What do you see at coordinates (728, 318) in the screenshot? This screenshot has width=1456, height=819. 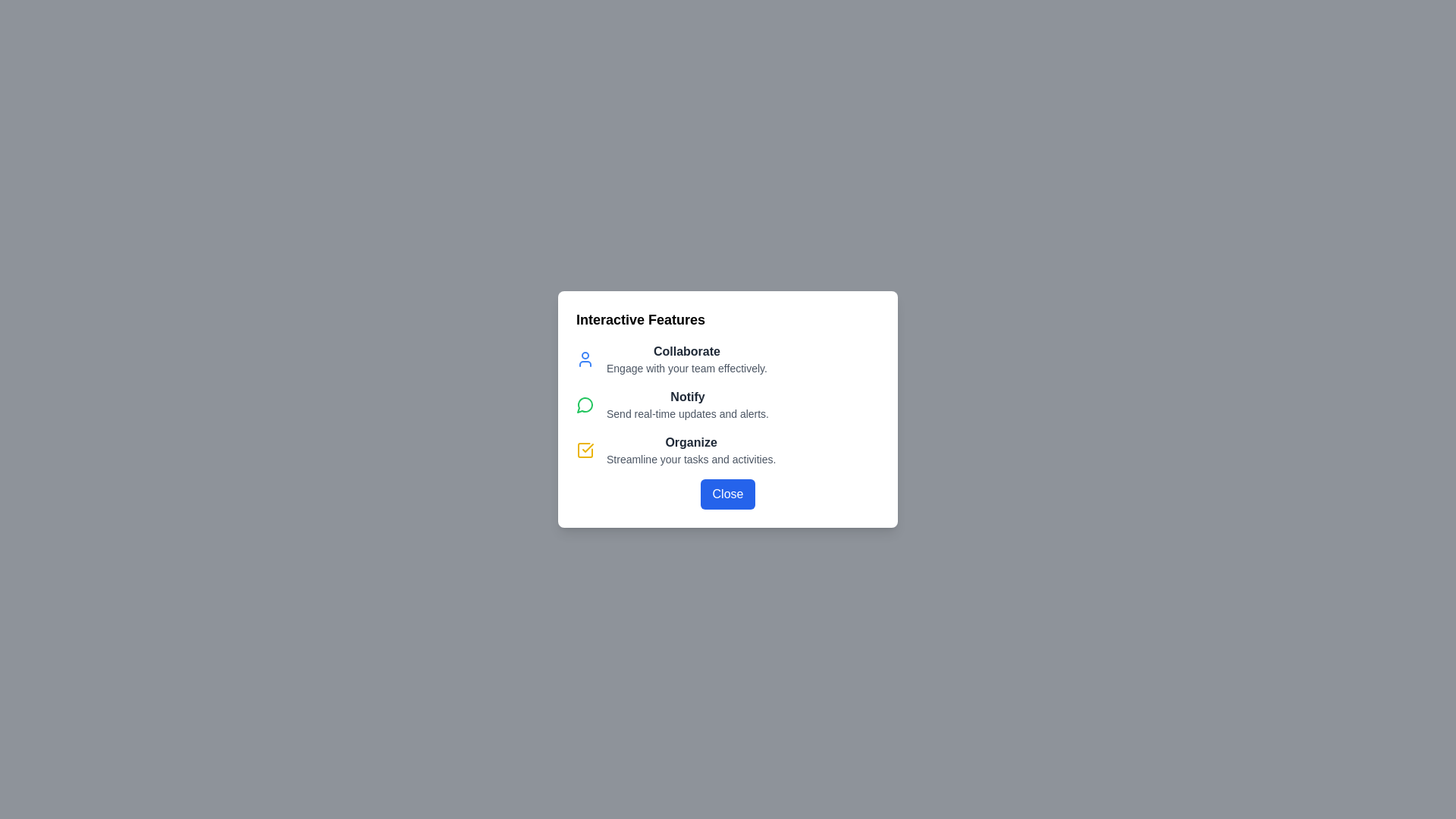 I see `the modal header to focus on it` at bounding box center [728, 318].